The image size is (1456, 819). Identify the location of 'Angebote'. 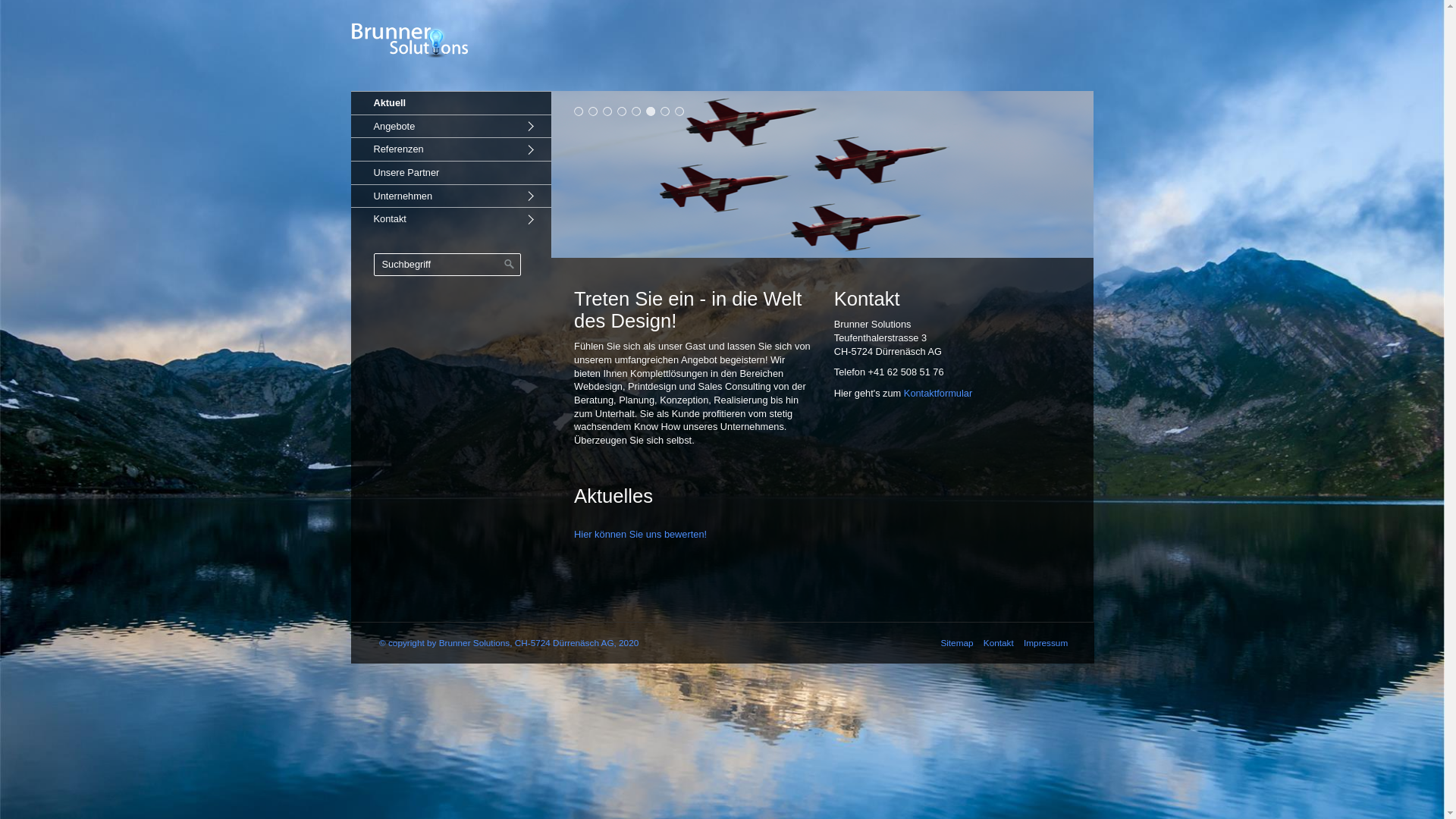
(450, 125).